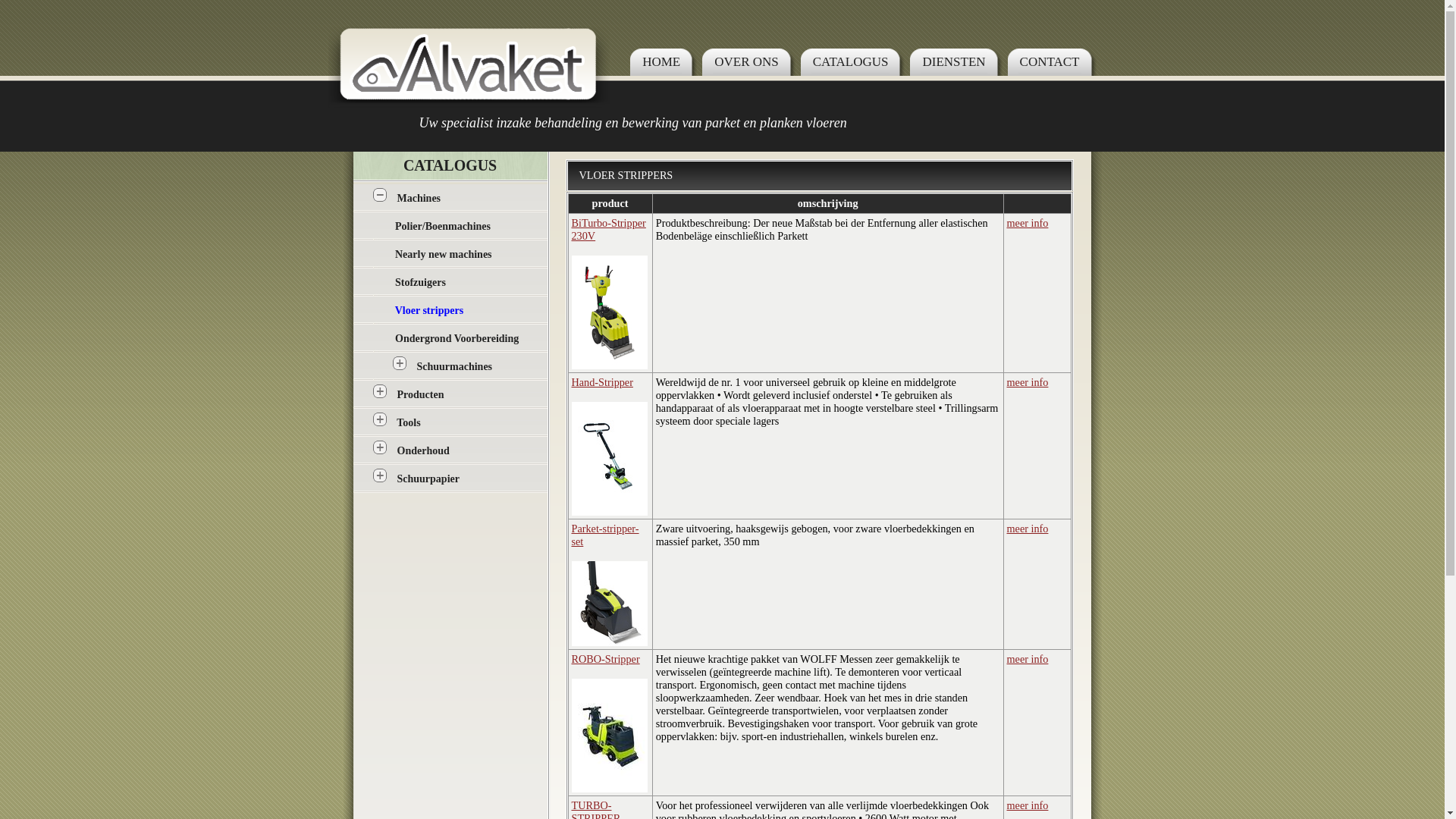  Describe the element at coordinates (419, 197) in the screenshot. I see `'Machines'` at that location.